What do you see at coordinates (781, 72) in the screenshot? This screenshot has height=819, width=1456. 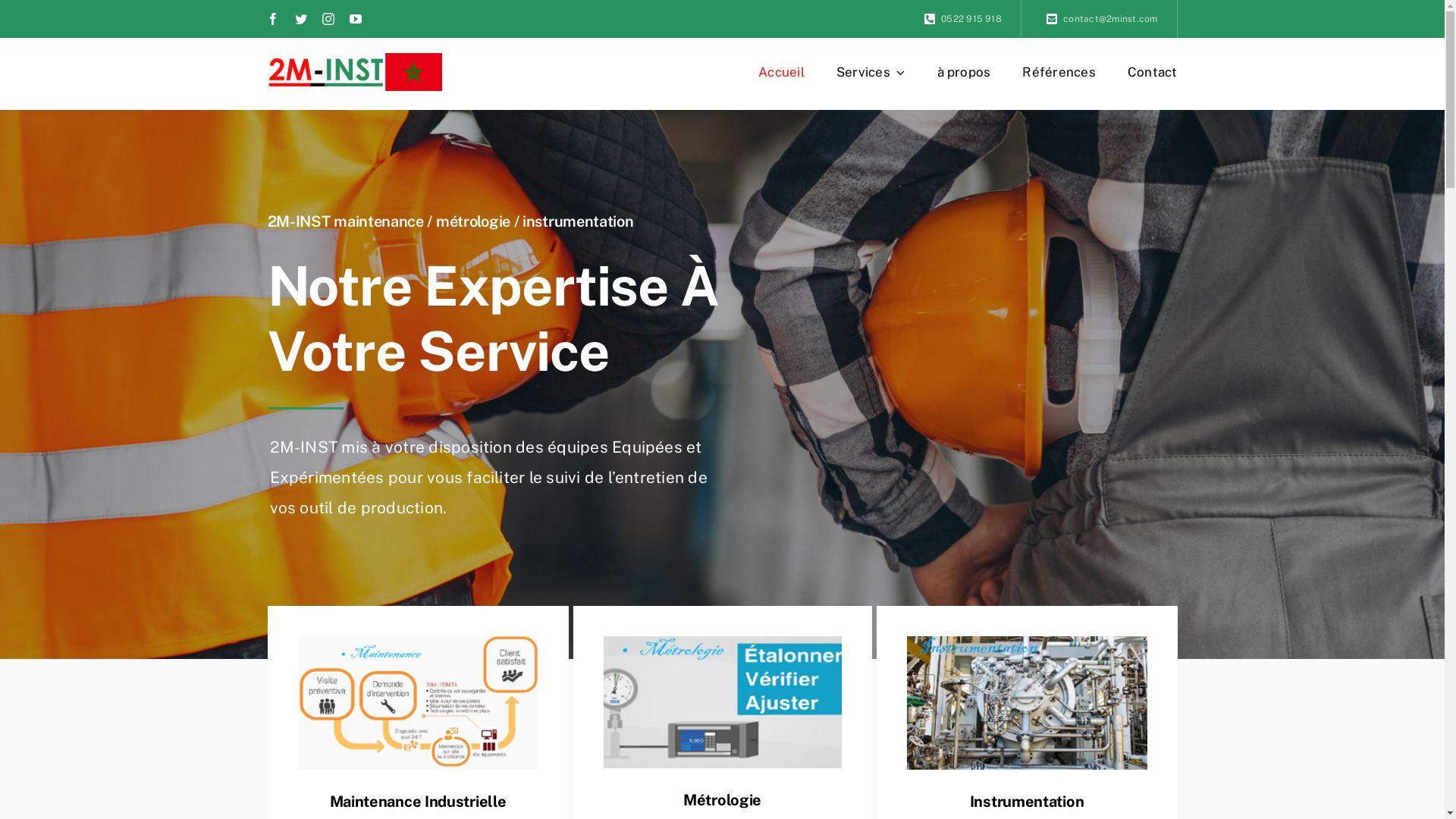 I see `'Accueil'` at bounding box center [781, 72].